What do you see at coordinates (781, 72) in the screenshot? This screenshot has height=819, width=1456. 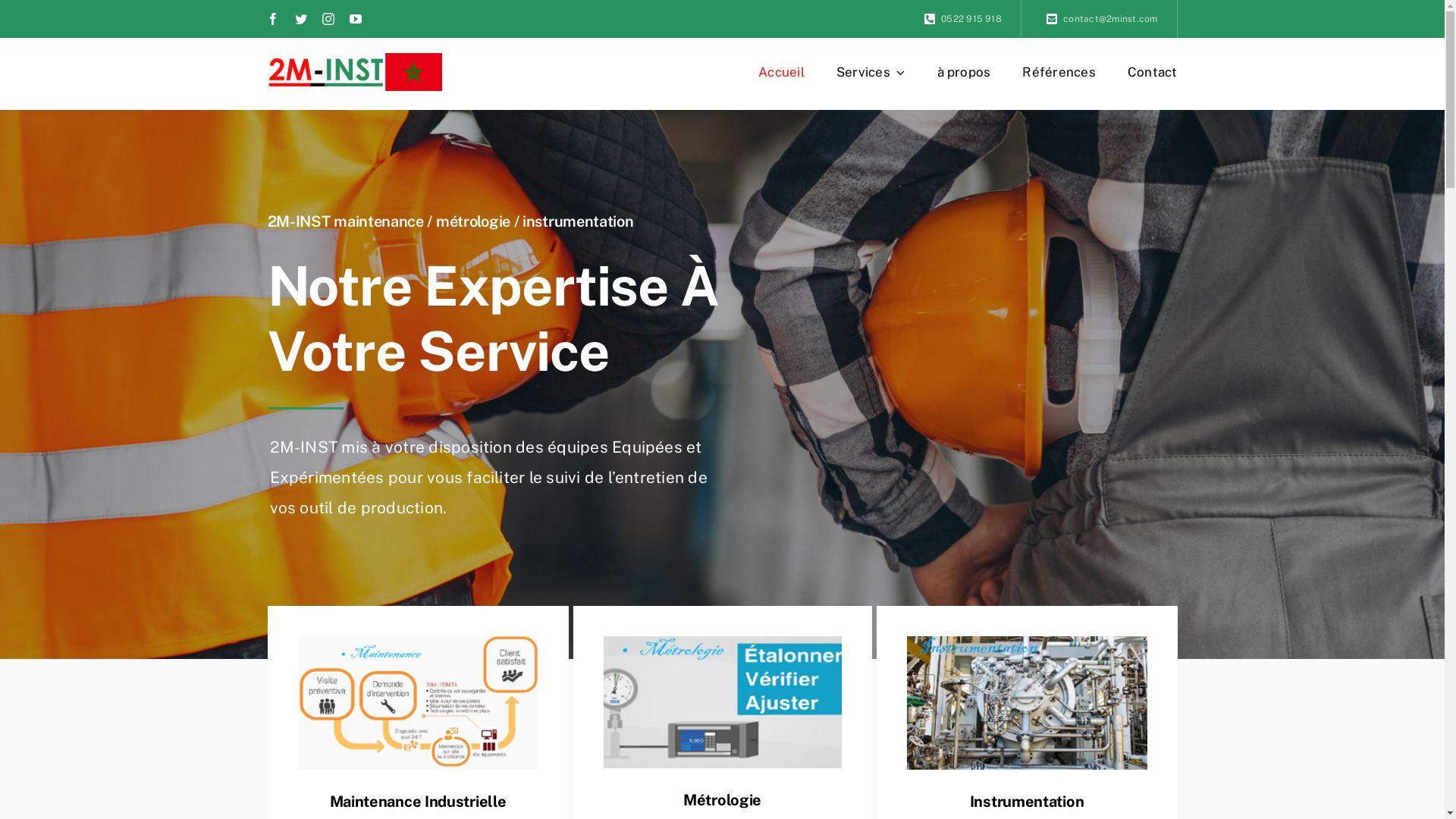 I see `'Accueil'` at bounding box center [781, 72].